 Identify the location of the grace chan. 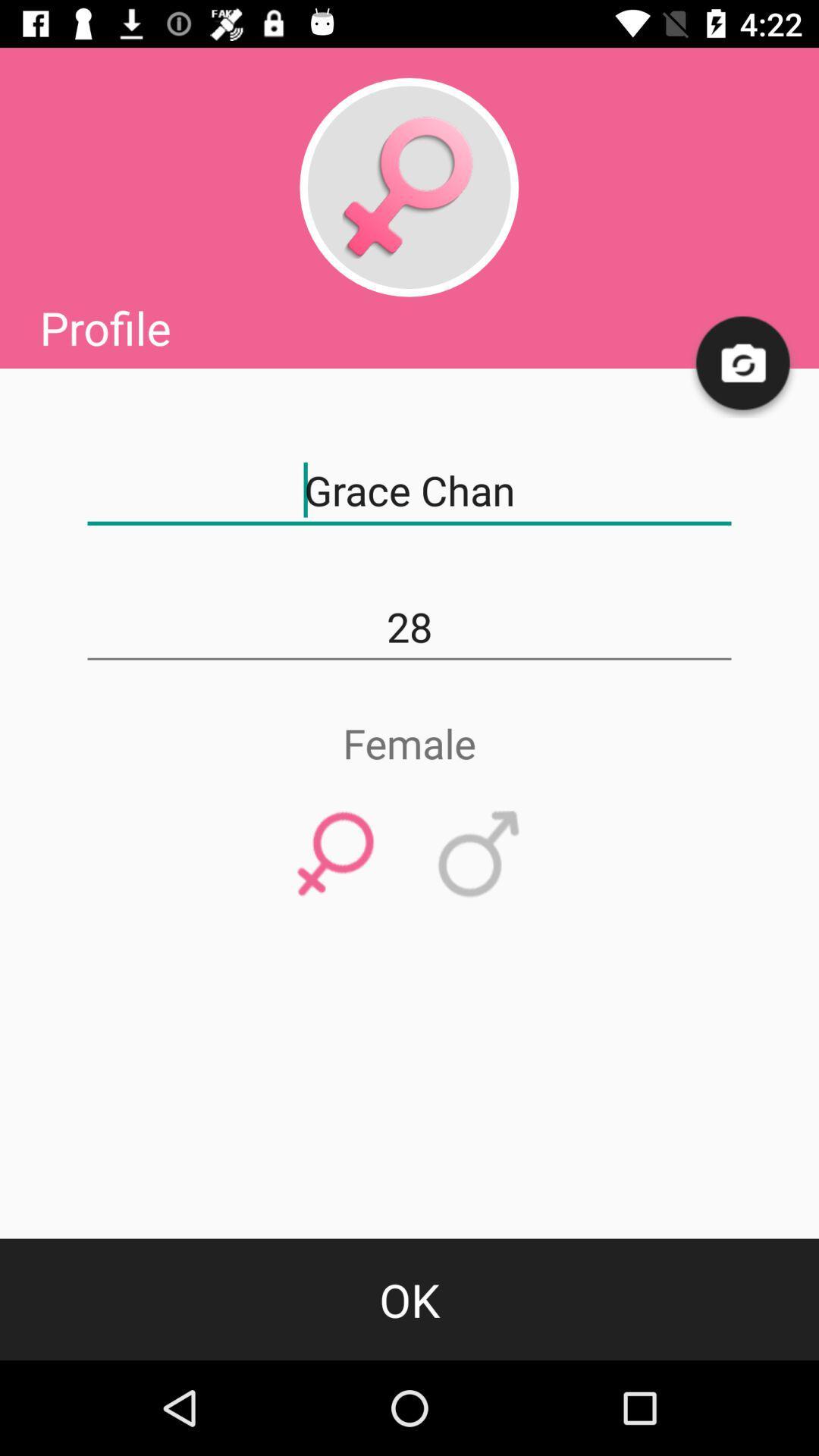
(409, 491).